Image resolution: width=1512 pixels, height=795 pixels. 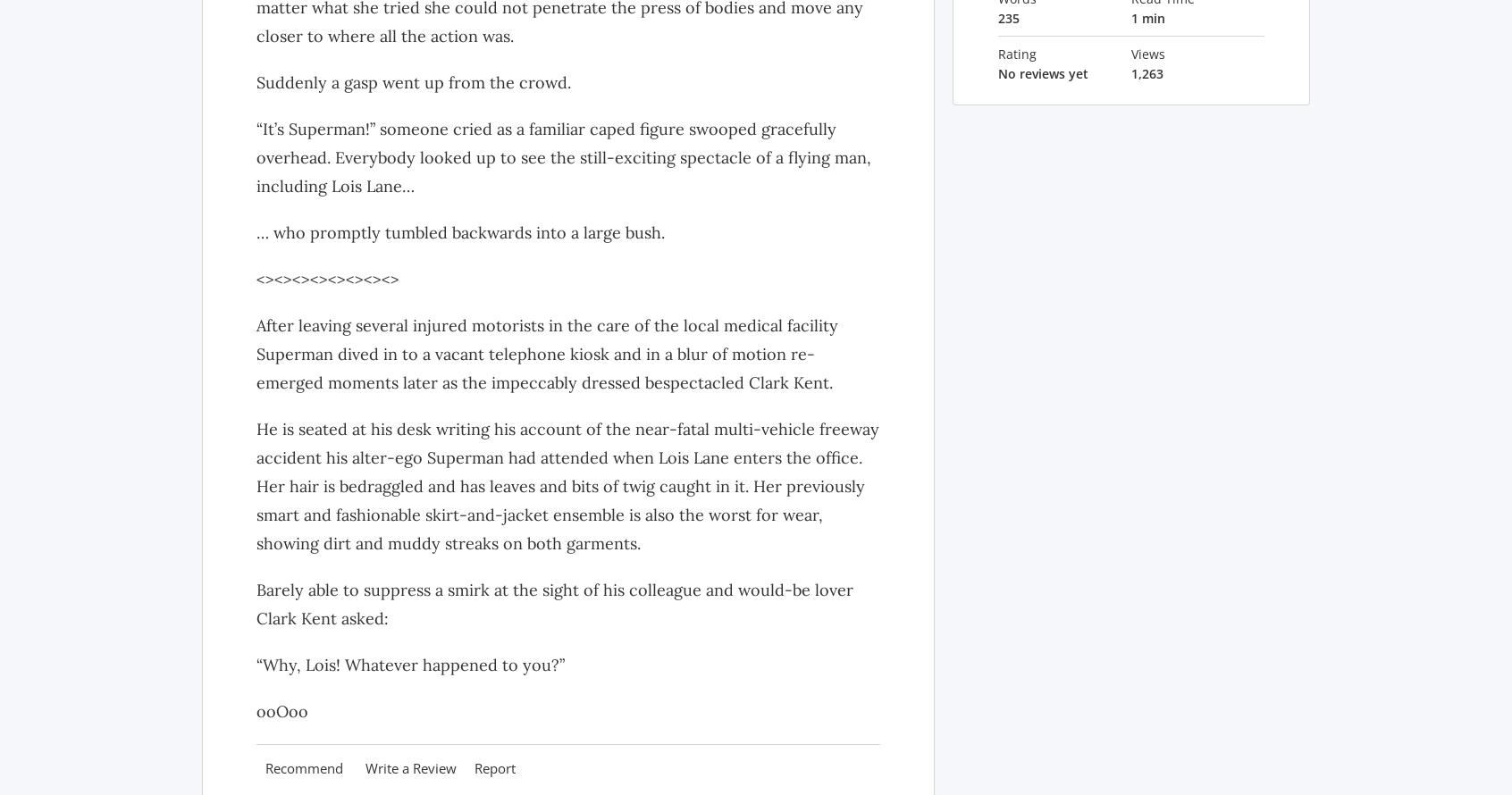 I want to click on 'Report', so click(x=494, y=766).